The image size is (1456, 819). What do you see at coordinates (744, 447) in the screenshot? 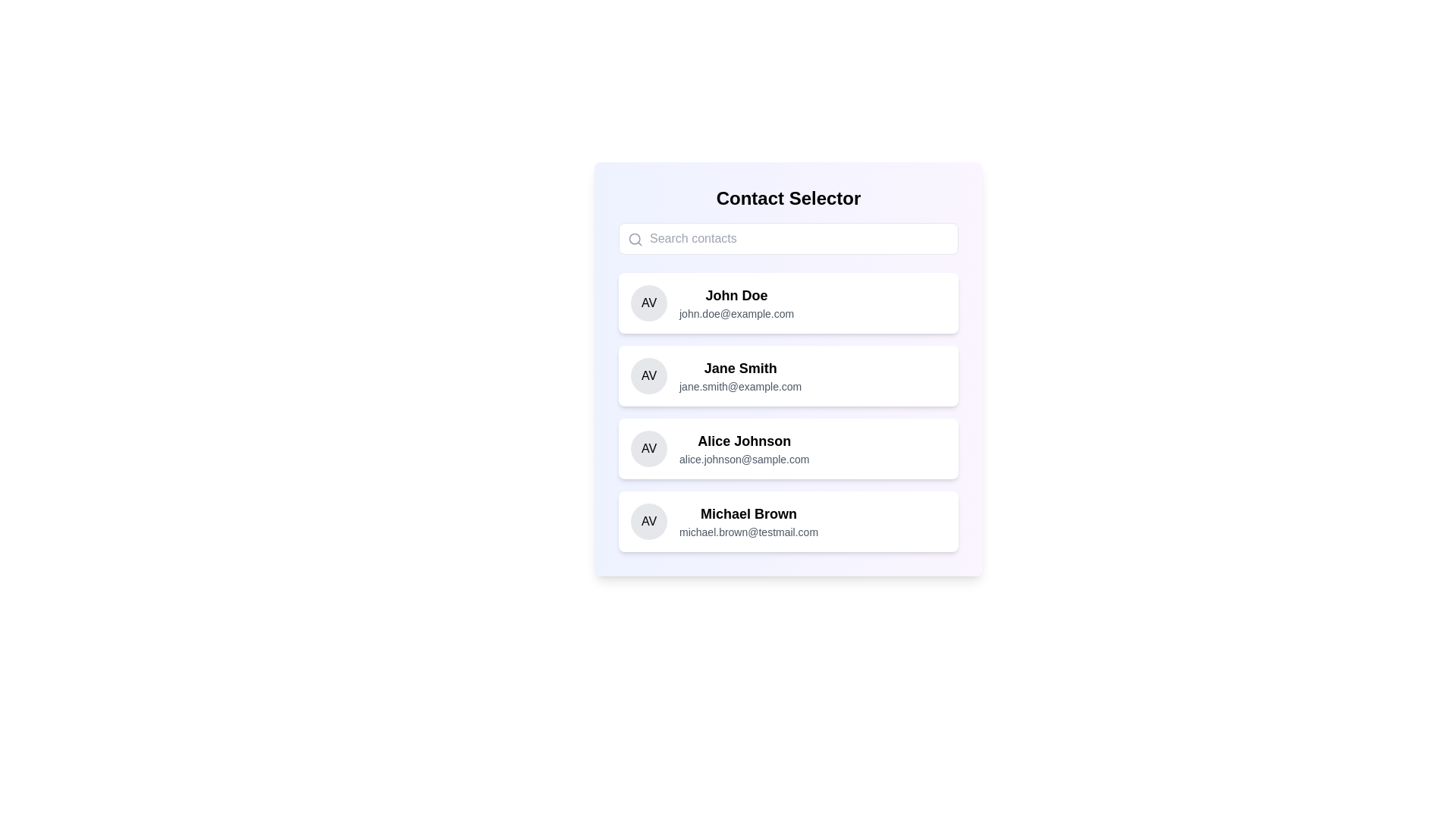
I see `the text display area containing 'Alice Johnson' and 'alice.johnson@sample.com' in the third contact card of the contact list` at bounding box center [744, 447].